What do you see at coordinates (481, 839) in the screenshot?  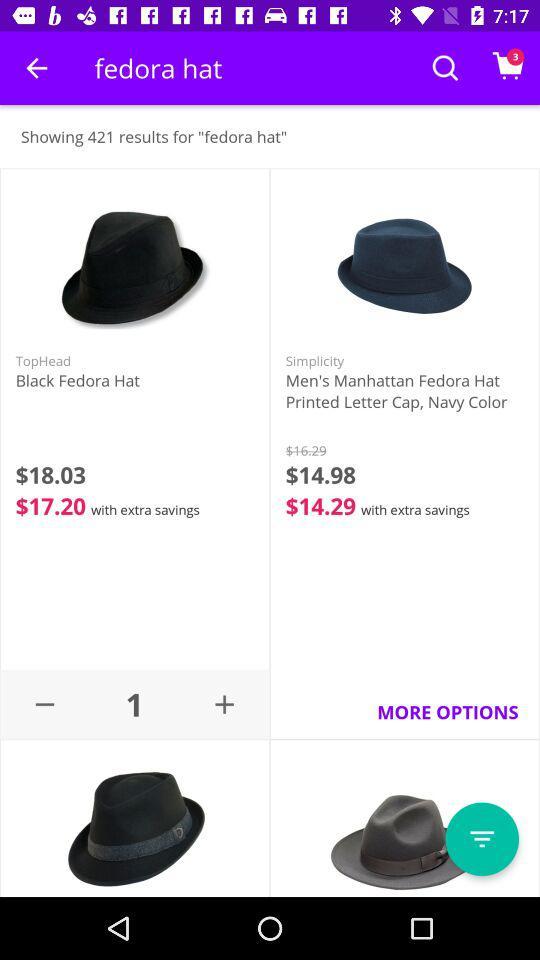 I see `the filter_list icon` at bounding box center [481, 839].